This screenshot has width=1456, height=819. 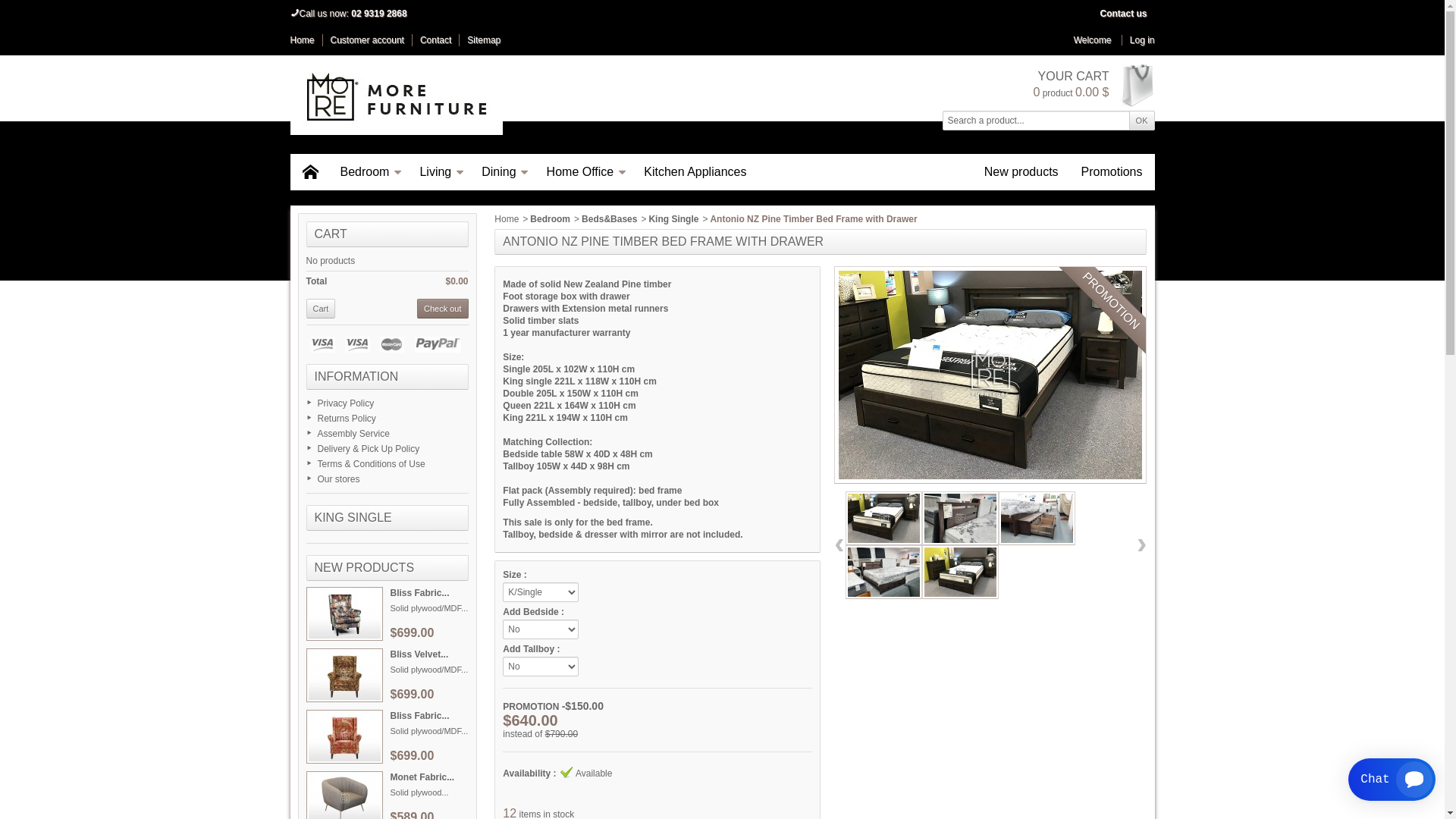 I want to click on 'New products', so click(x=972, y=171).